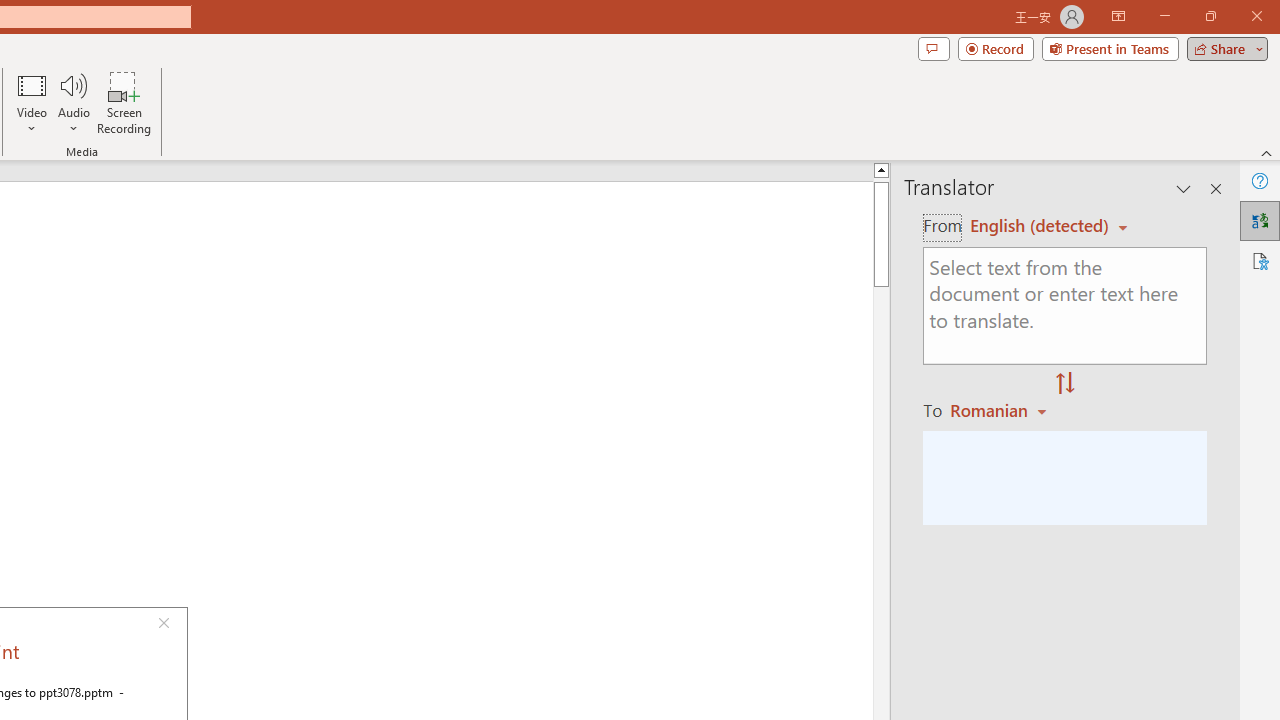 This screenshot has height=720, width=1280. What do you see at coordinates (1001, 409) in the screenshot?
I see `'Romanian'` at bounding box center [1001, 409].